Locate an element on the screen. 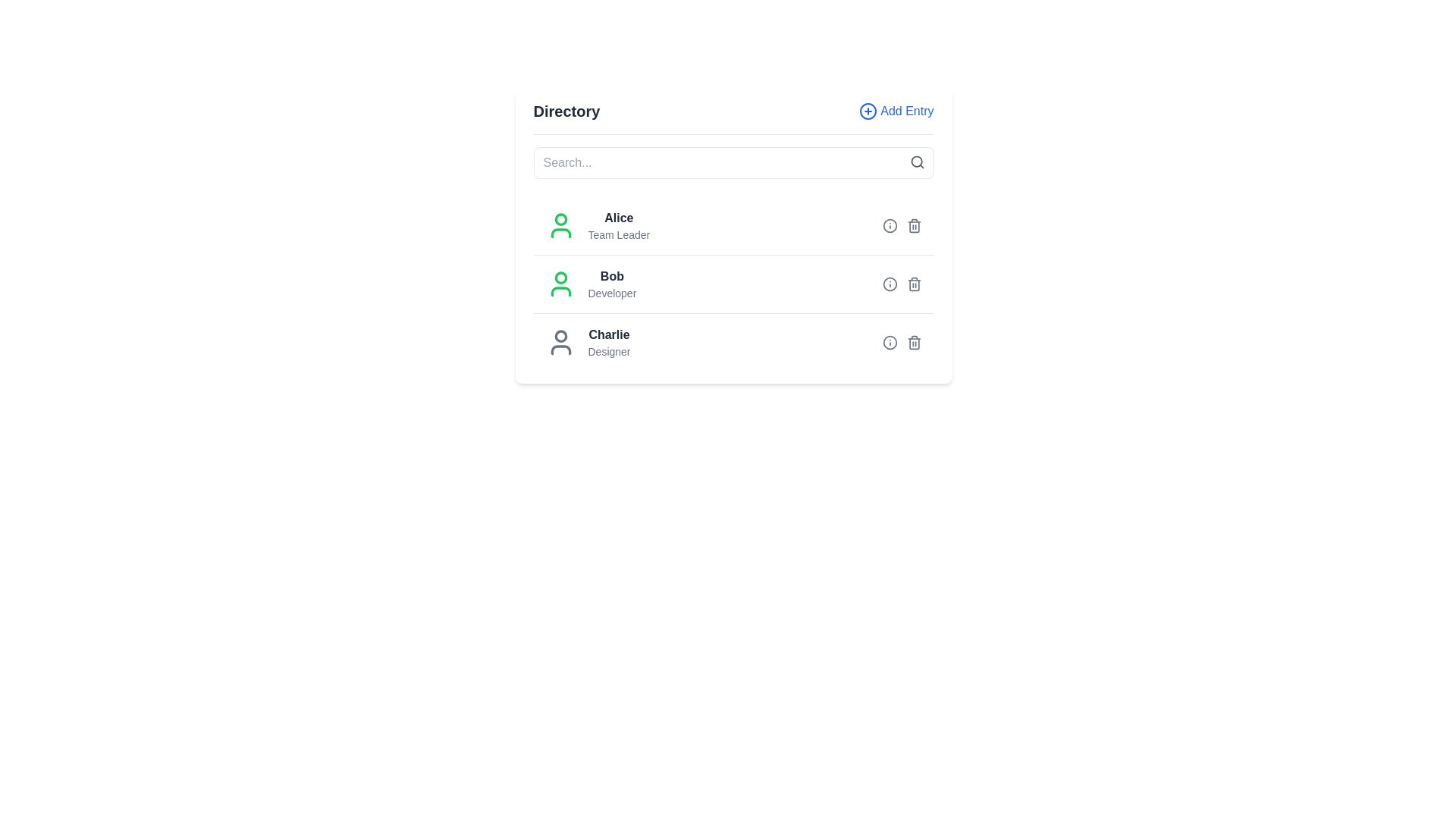 The image size is (1456, 819). the text label displaying the name 'Alice' in the directory, which is located in the first row of a vertical list to the right of the green user icon and above the role label 'Team Leader' is located at coordinates (619, 218).